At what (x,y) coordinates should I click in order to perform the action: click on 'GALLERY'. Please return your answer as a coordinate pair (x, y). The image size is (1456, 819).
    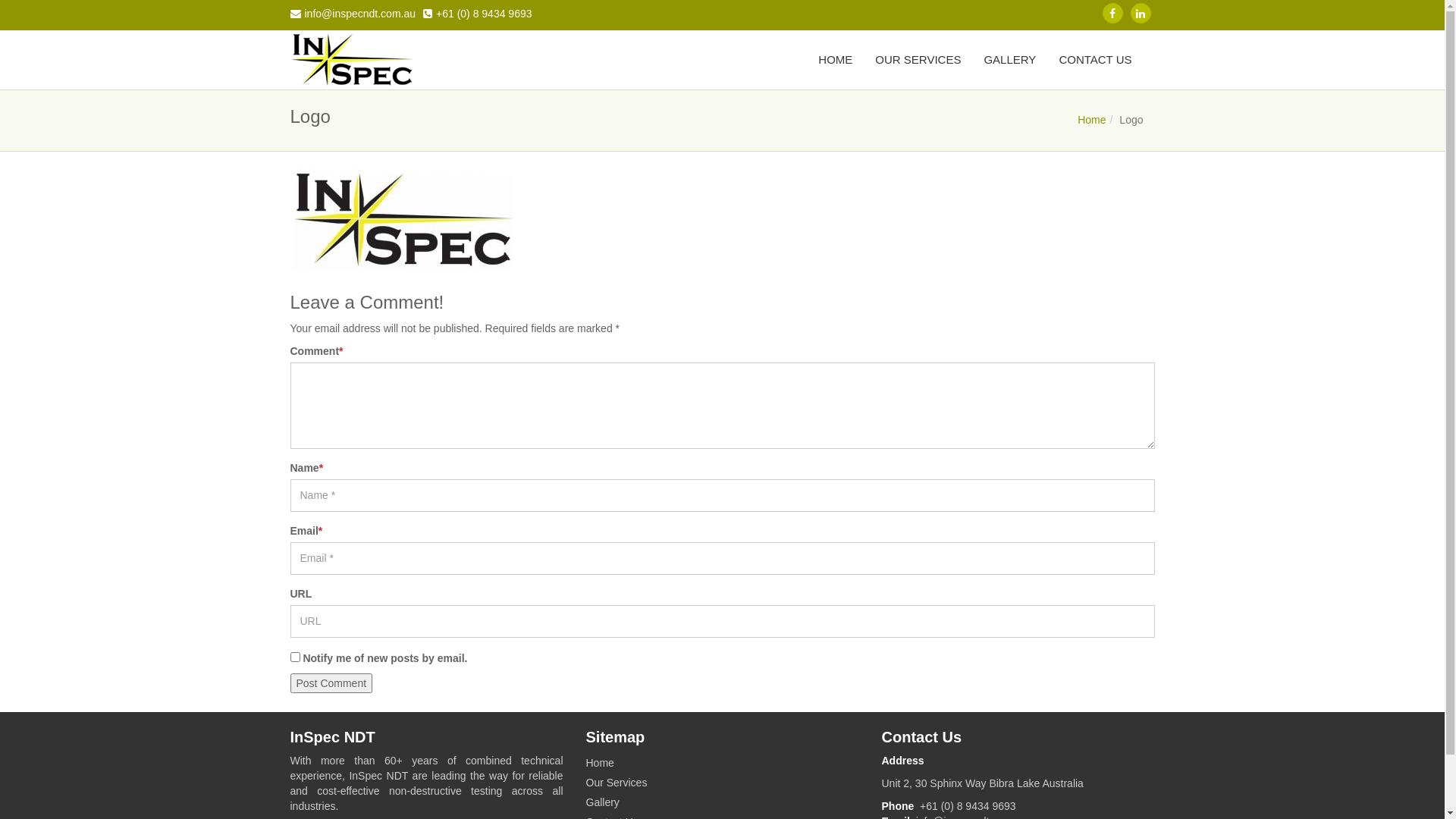
    Looking at the image, I should click on (1009, 58).